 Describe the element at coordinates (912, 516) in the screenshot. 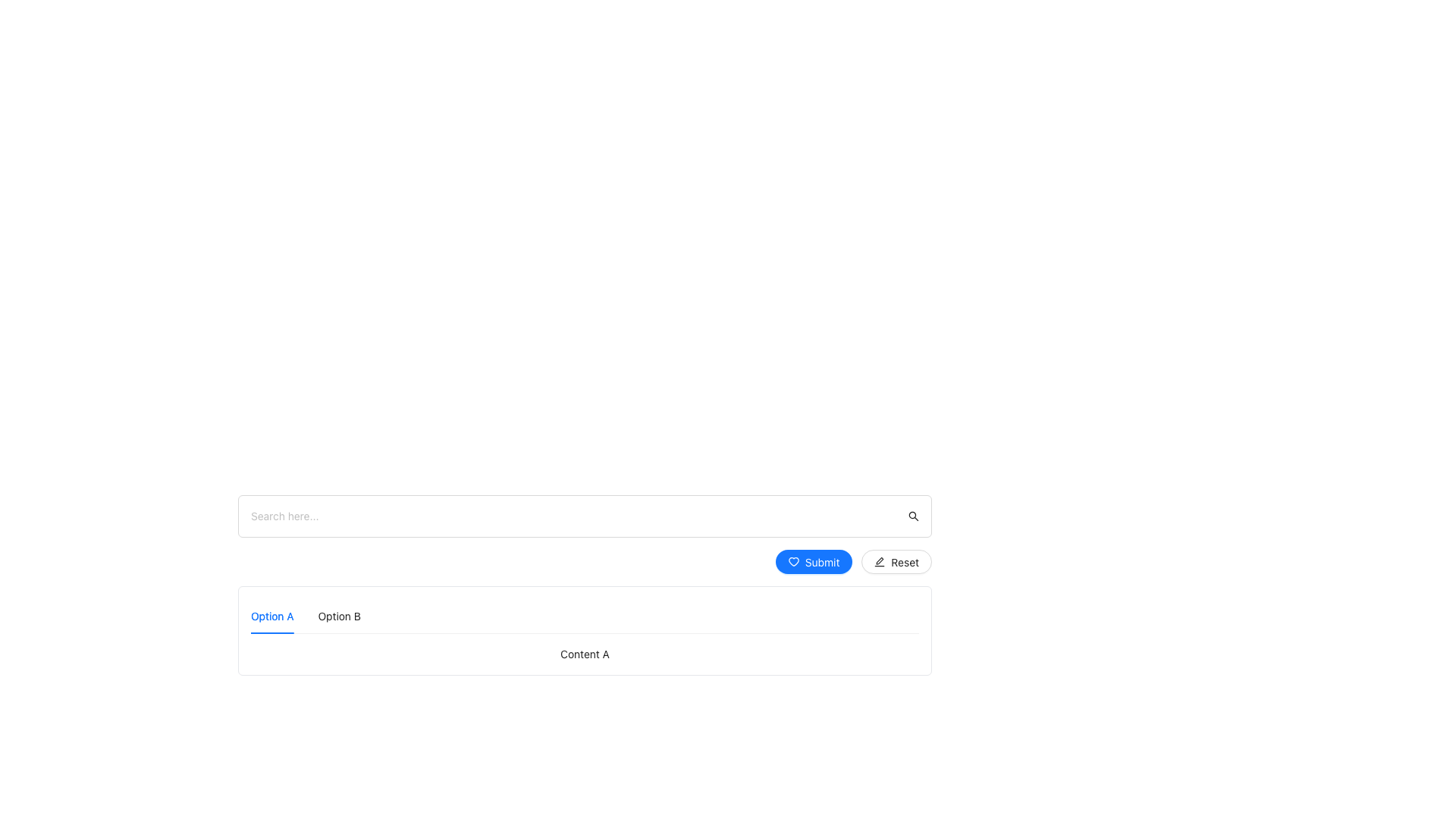

I see `the search icon located at the far-right end of the search bar` at that location.